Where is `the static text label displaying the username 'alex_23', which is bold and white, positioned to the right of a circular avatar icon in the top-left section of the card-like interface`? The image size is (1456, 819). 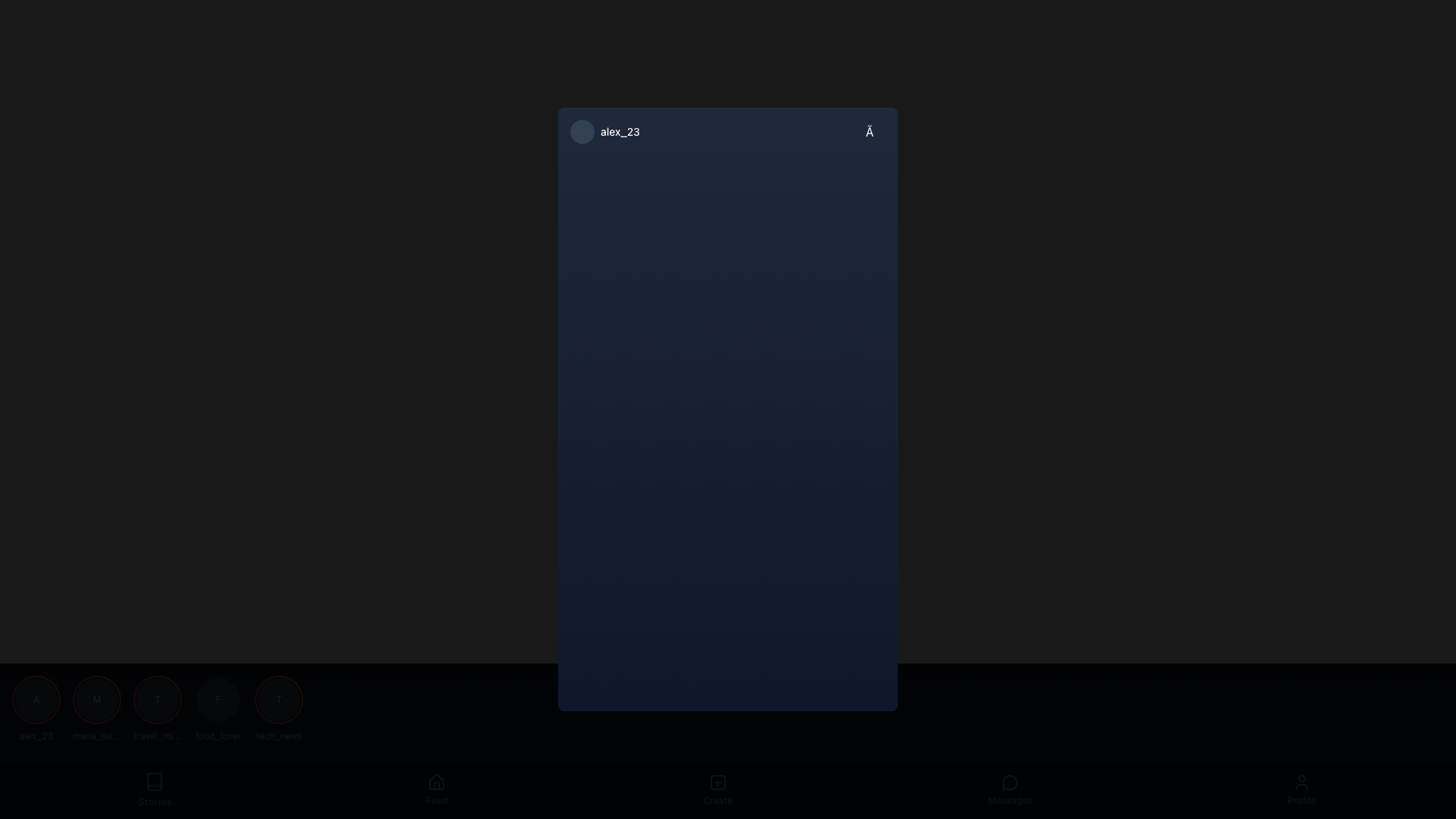
the static text label displaying the username 'alex_23', which is bold and white, positioned to the right of a circular avatar icon in the top-left section of the card-like interface is located at coordinates (620, 130).